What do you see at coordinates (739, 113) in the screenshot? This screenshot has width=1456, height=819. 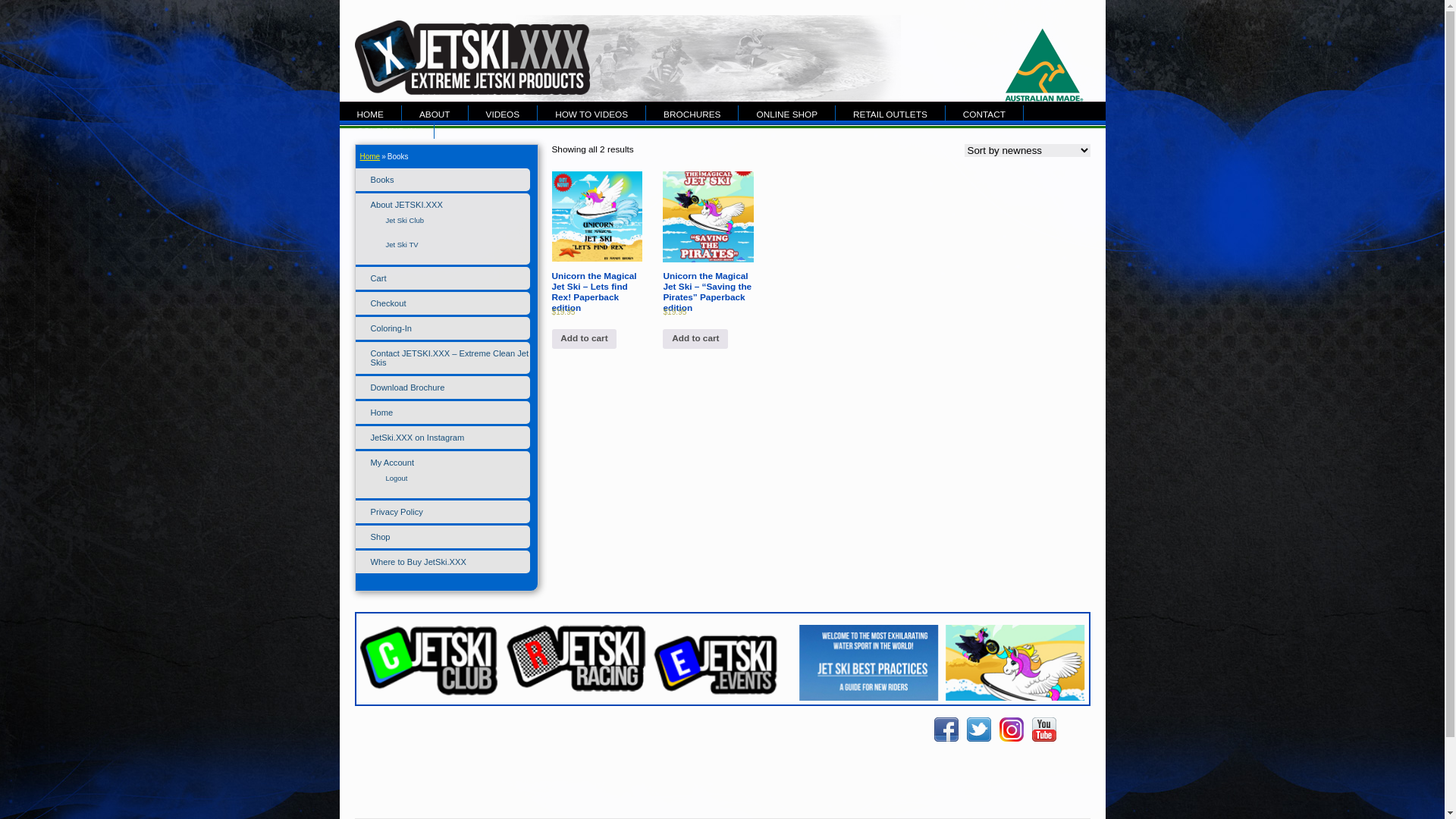 I see `'ONLINE SHOP'` at bounding box center [739, 113].